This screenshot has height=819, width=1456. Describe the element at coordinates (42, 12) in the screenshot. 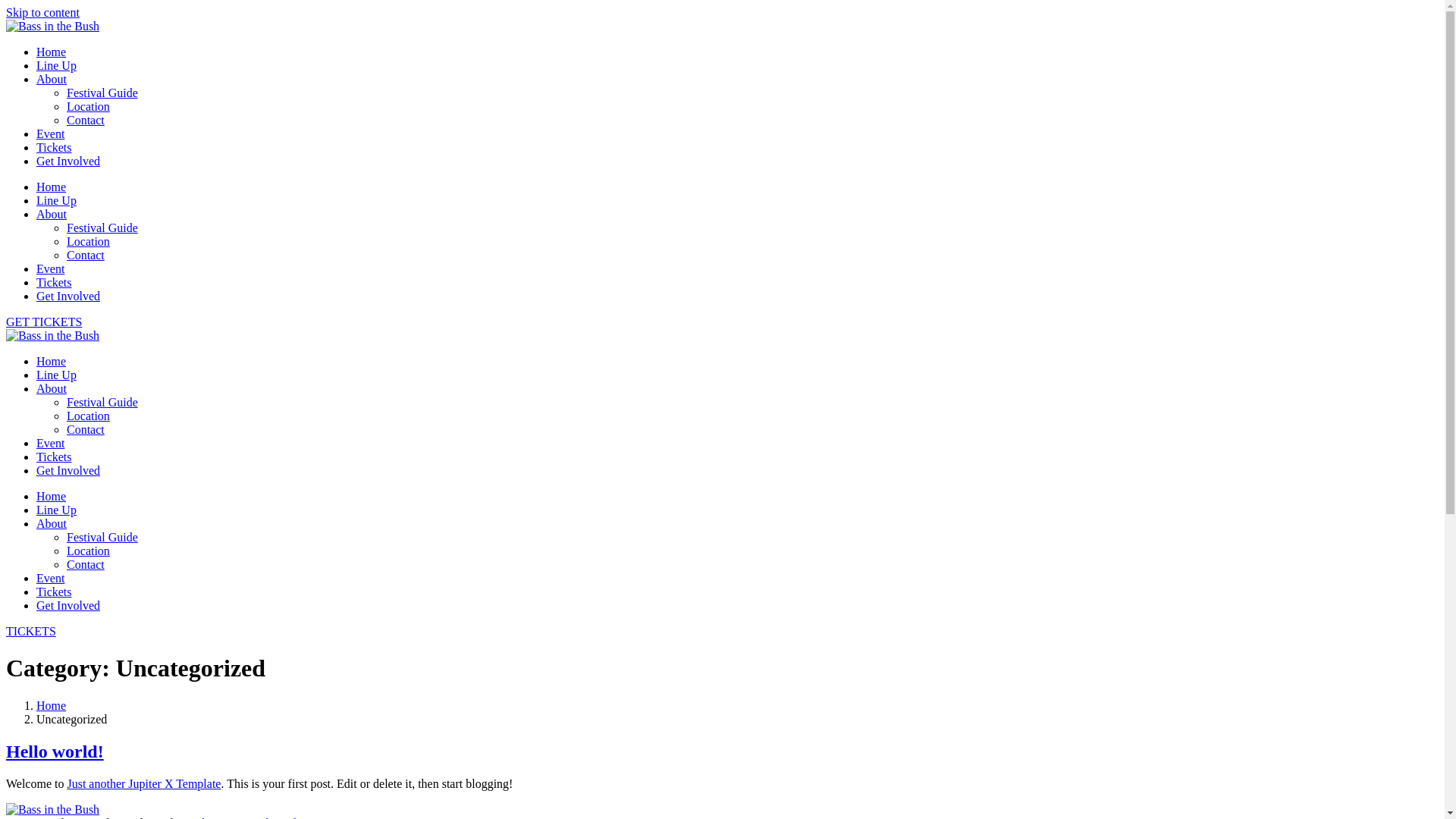

I see `'Skip to content'` at that location.